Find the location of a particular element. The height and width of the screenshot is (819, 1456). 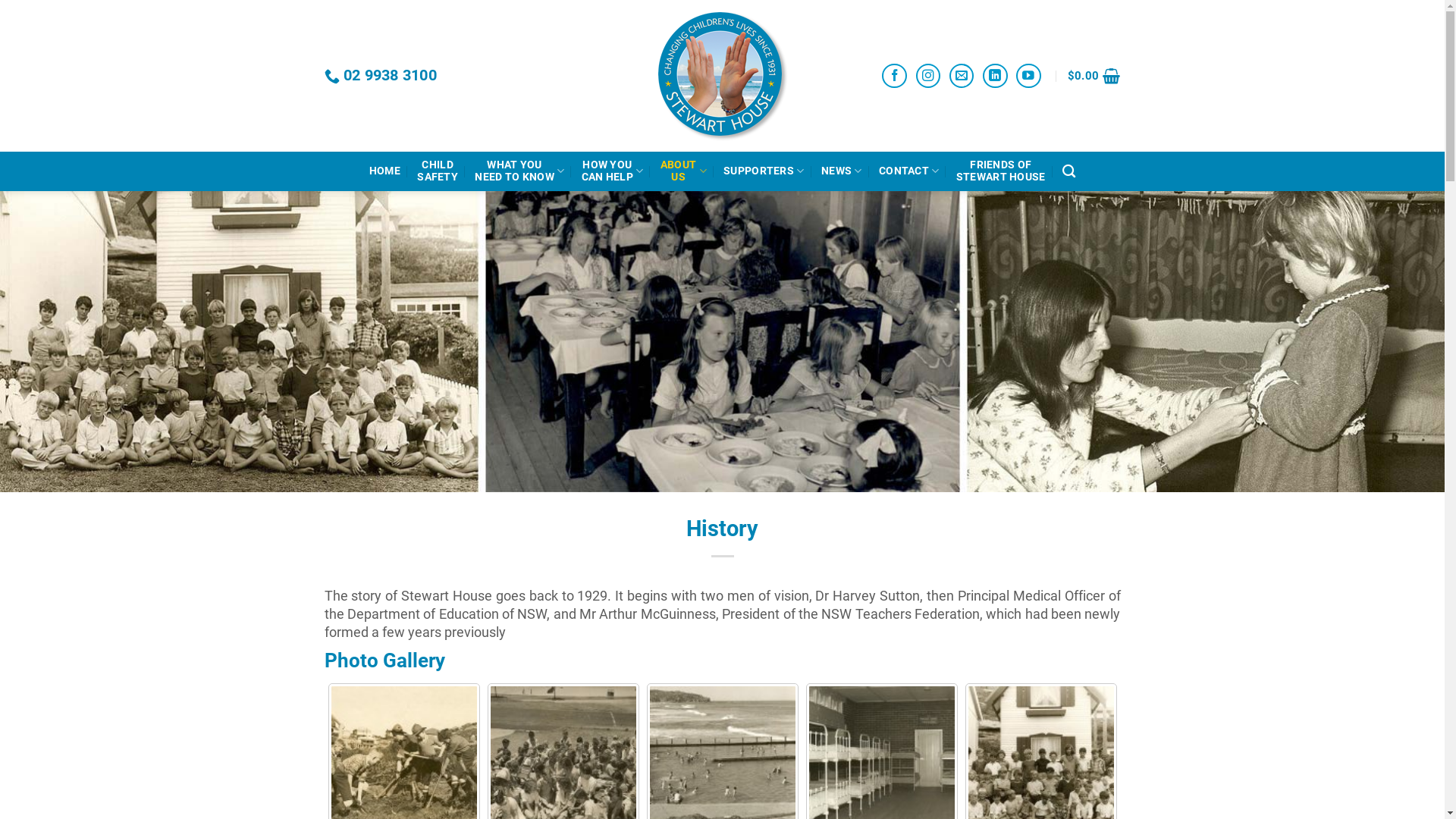

'SUPPORTERS' is located at coordinates (764, 171).